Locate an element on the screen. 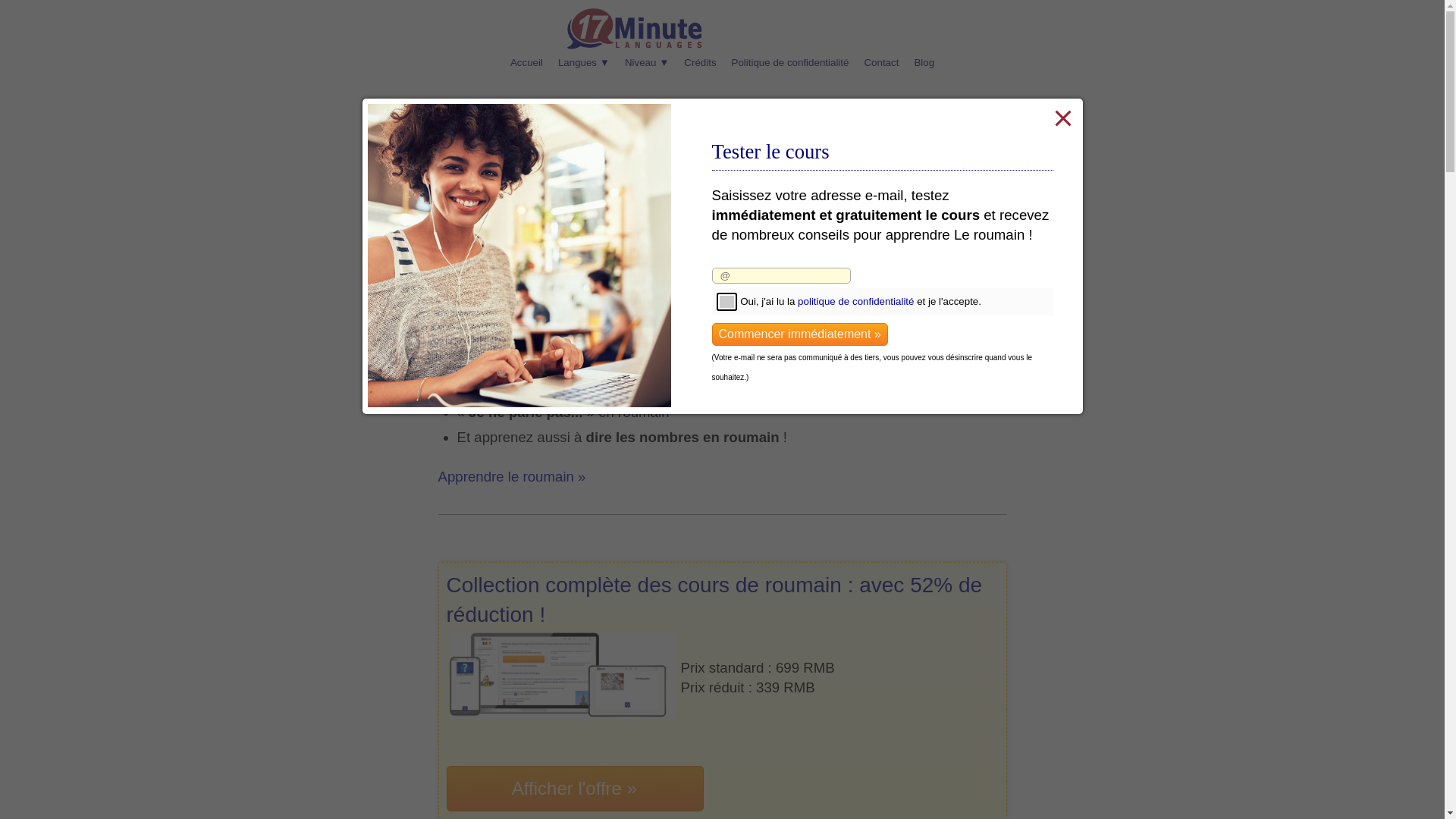  'Contact' is located at coordinates (880, 62).